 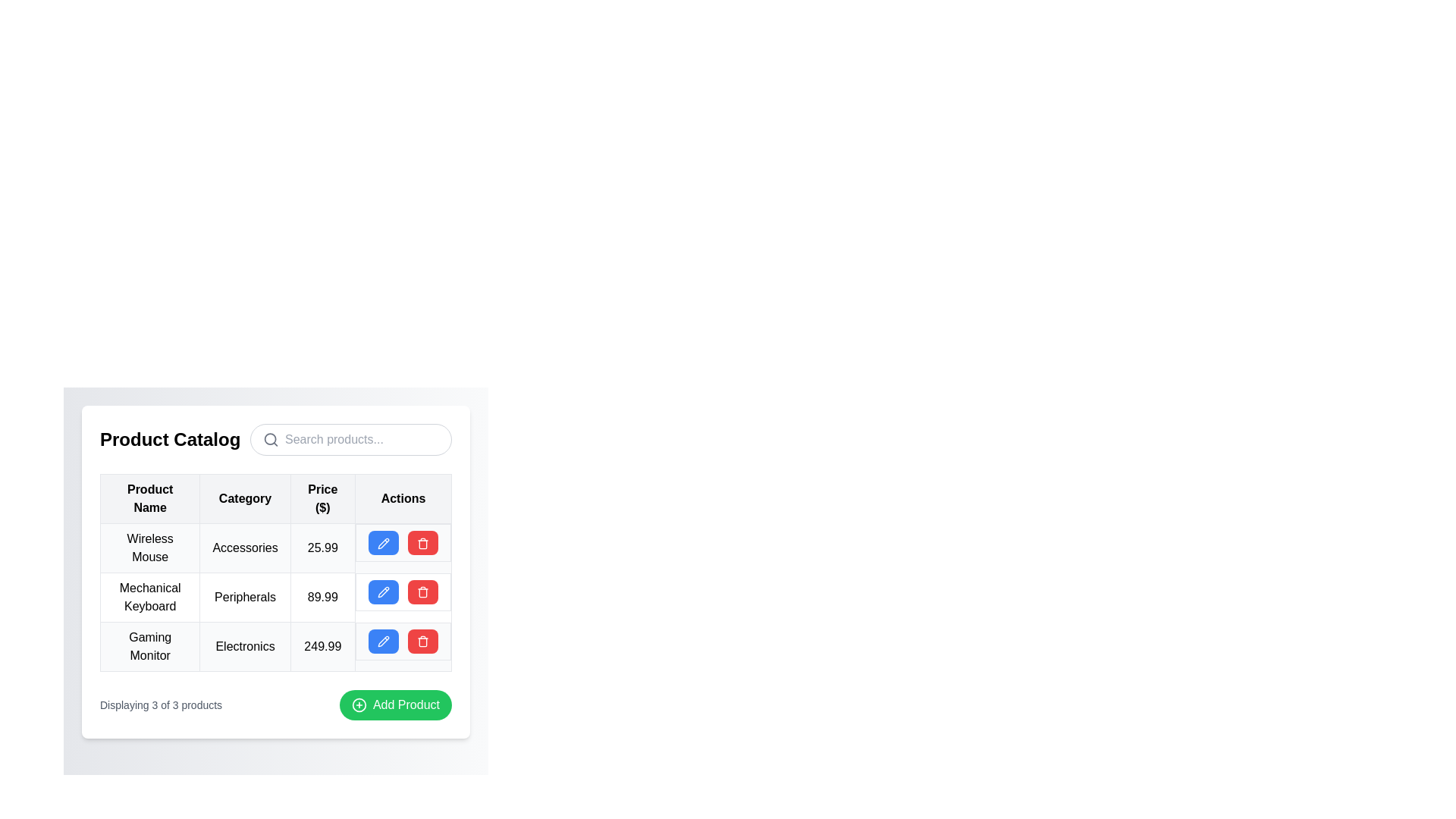 I want to click on the edit button located in the center of the 'Actions' column of the first row in the displayed table, so click(x=383, y=542).